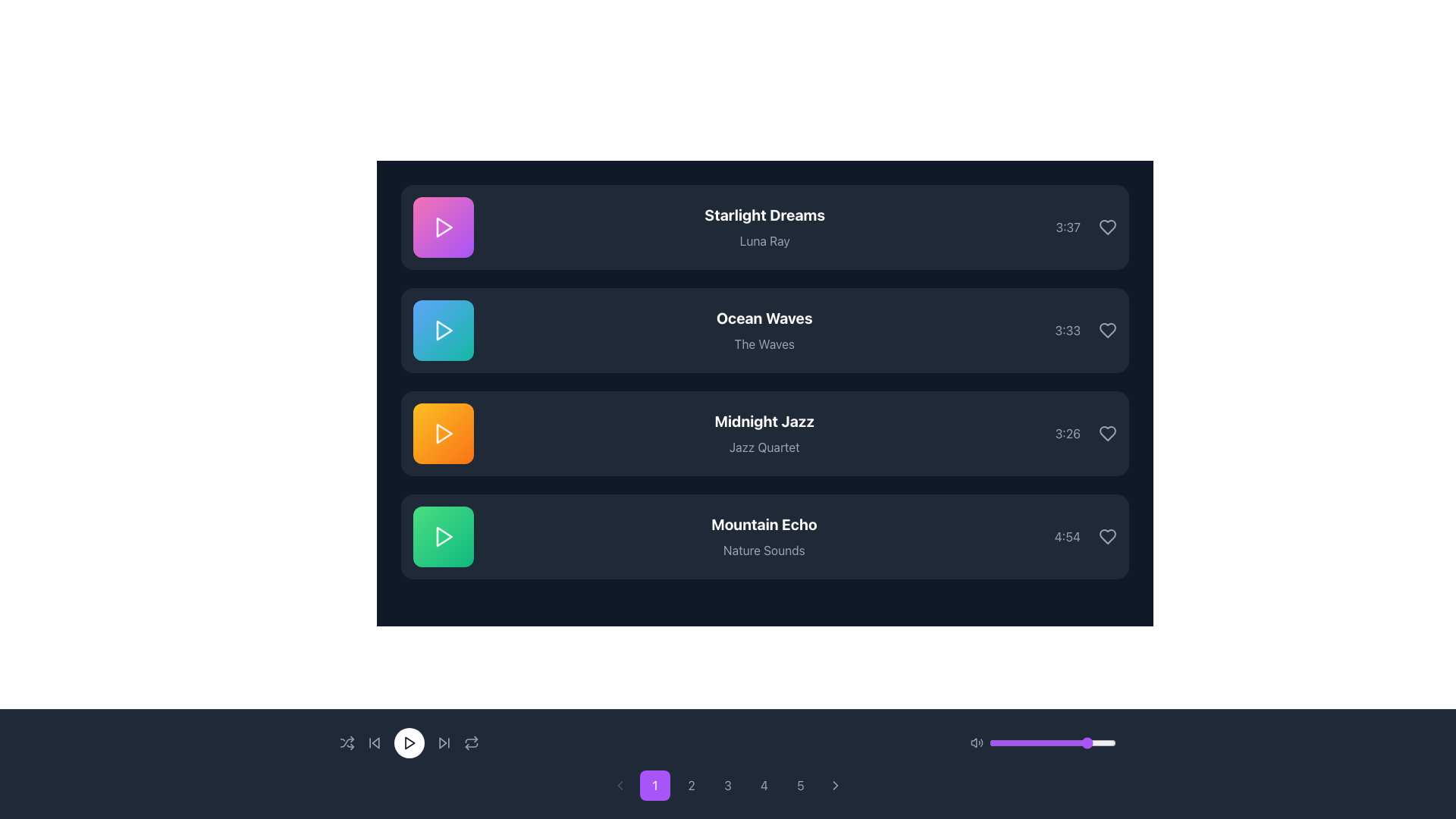 The width and height of the screenshot is (1456, 819). What do you see at coordinates (1020, 742) in the screenshot?
I see `the slider value` at bounding box center [1020, 742].